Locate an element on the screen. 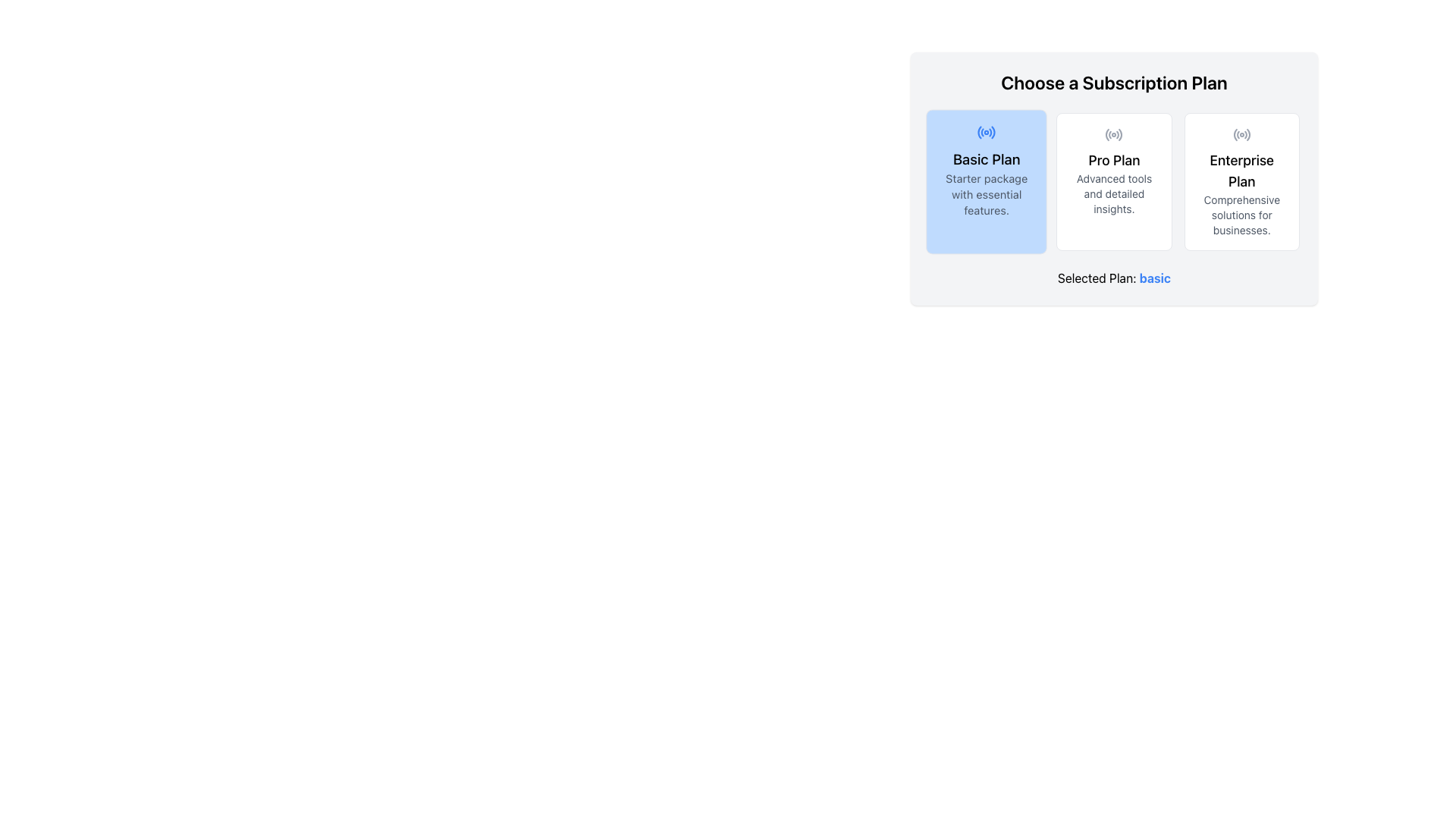 Image resolution: width=1456 pixels, height=819 pixels. the 'Enterprise Plan' card, which is the third card in a horizontal layout, to possibly highlight or provide additional information is located at coordinates (1241, 180).